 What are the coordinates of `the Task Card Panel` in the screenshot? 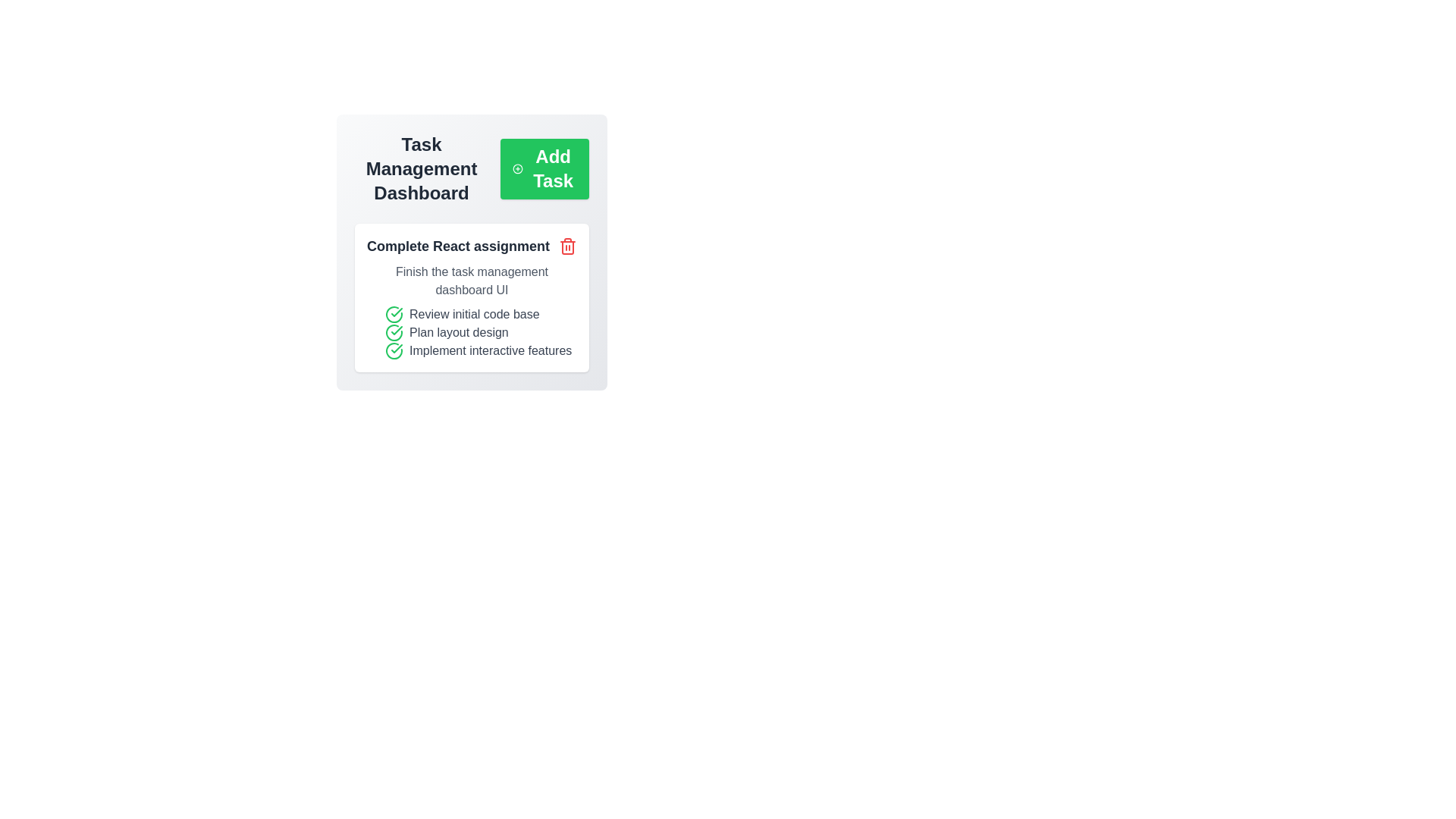 It's located at (471, 251).